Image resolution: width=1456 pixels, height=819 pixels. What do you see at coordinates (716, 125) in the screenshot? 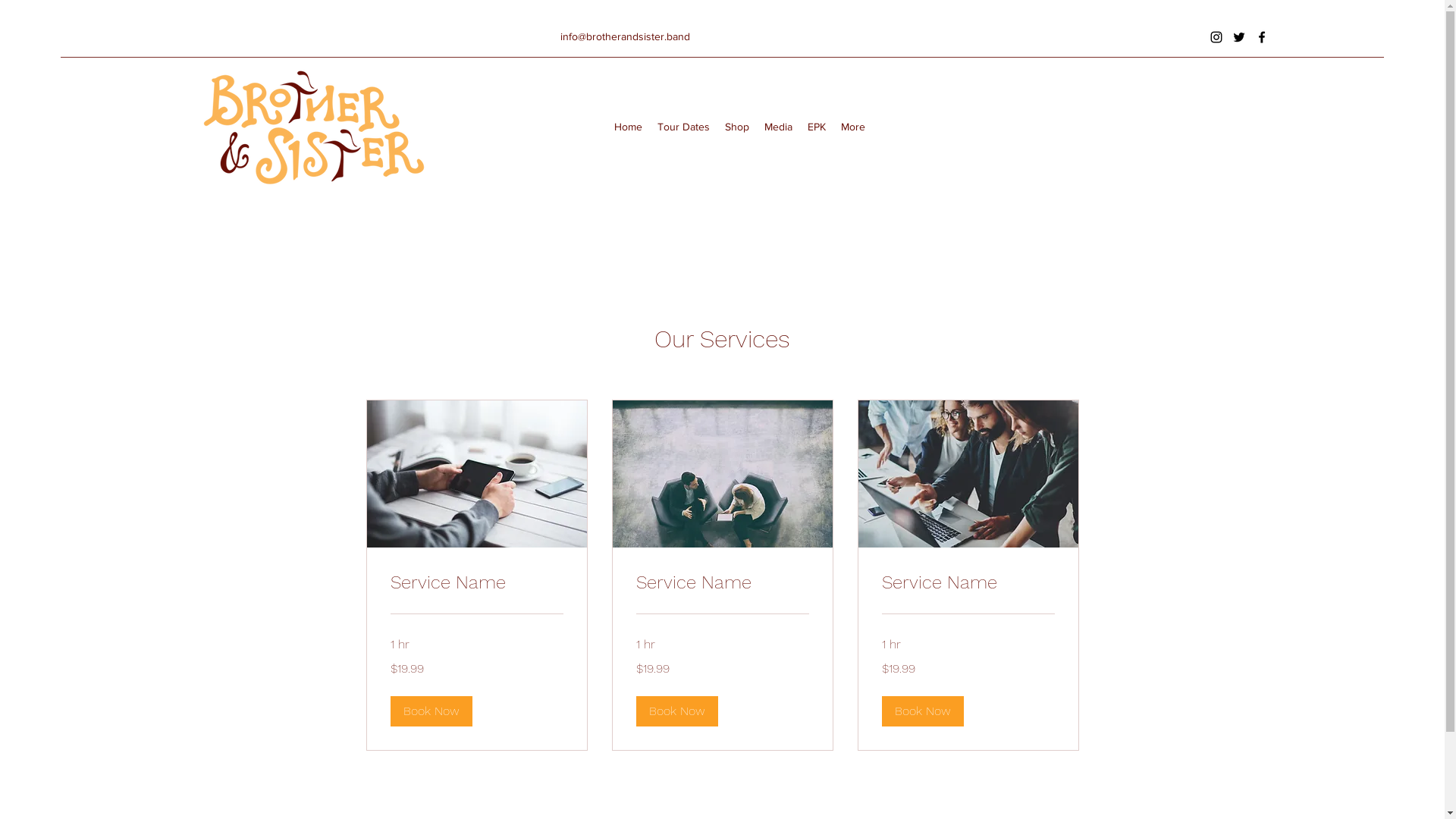
I see `'Shop'` at bounding box center [716, 125].